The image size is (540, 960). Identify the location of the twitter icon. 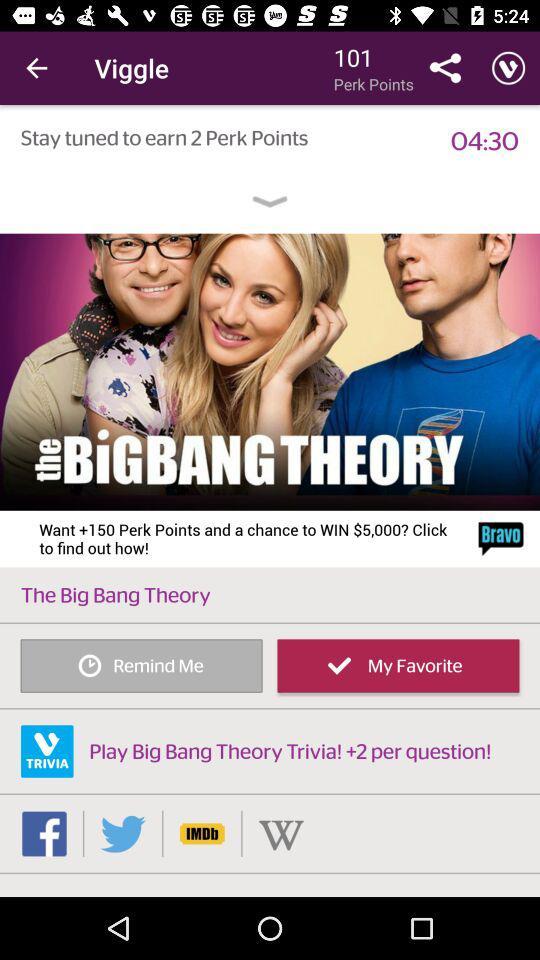
(123, 833).